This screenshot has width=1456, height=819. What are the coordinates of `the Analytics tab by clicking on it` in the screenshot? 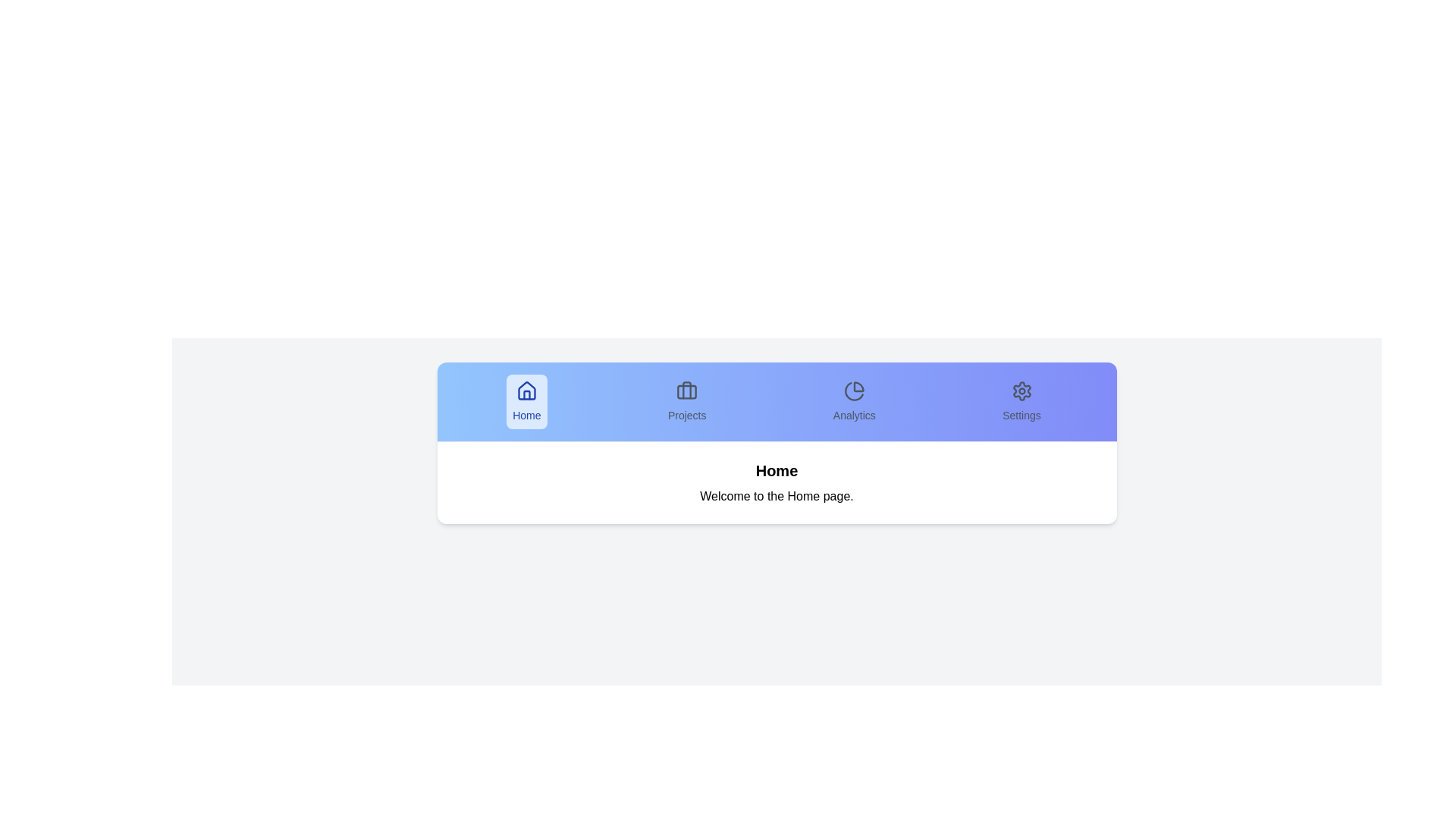 It's located at (854, 400).